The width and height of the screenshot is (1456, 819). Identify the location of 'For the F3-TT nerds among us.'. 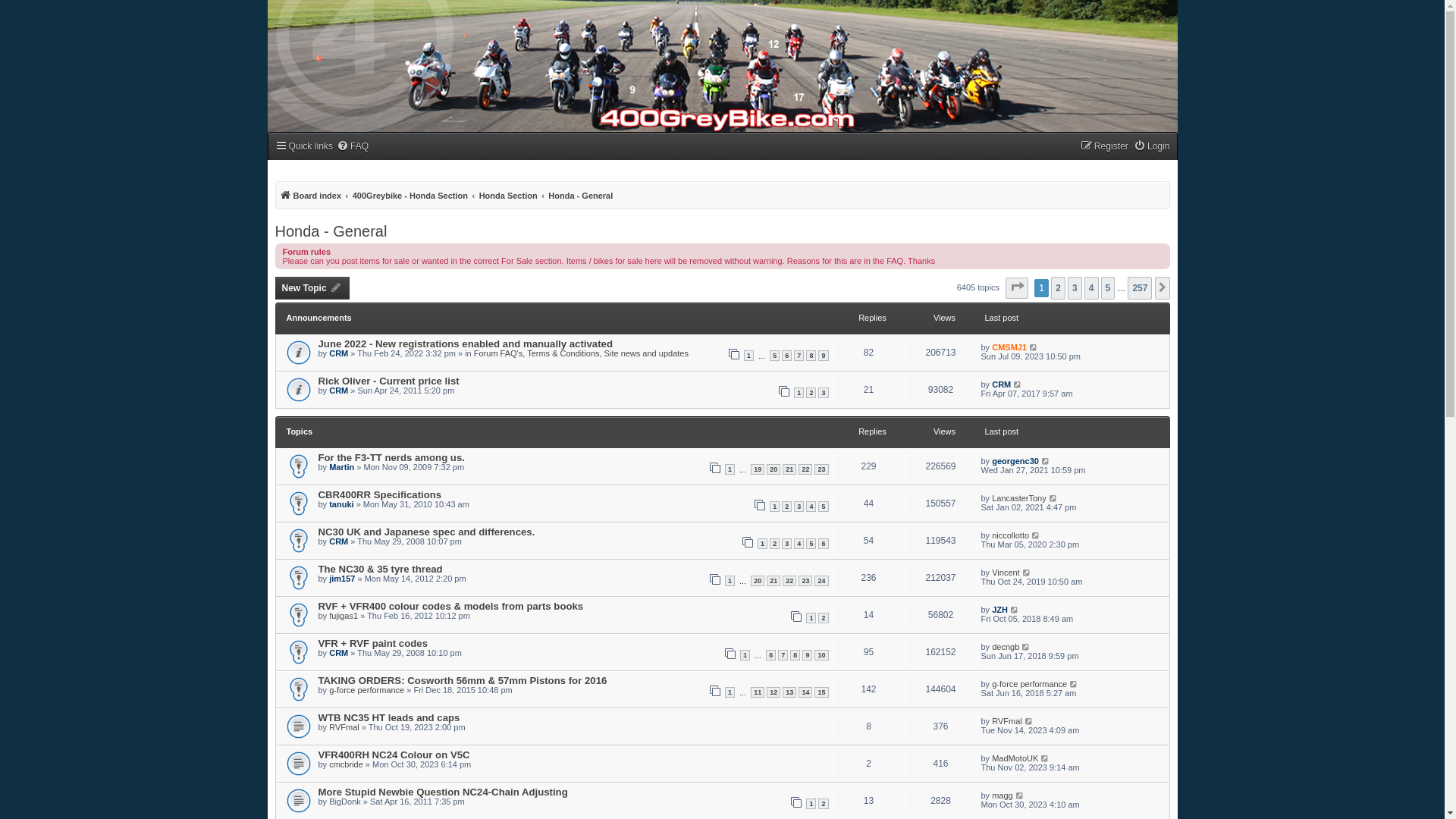
(391, 457).